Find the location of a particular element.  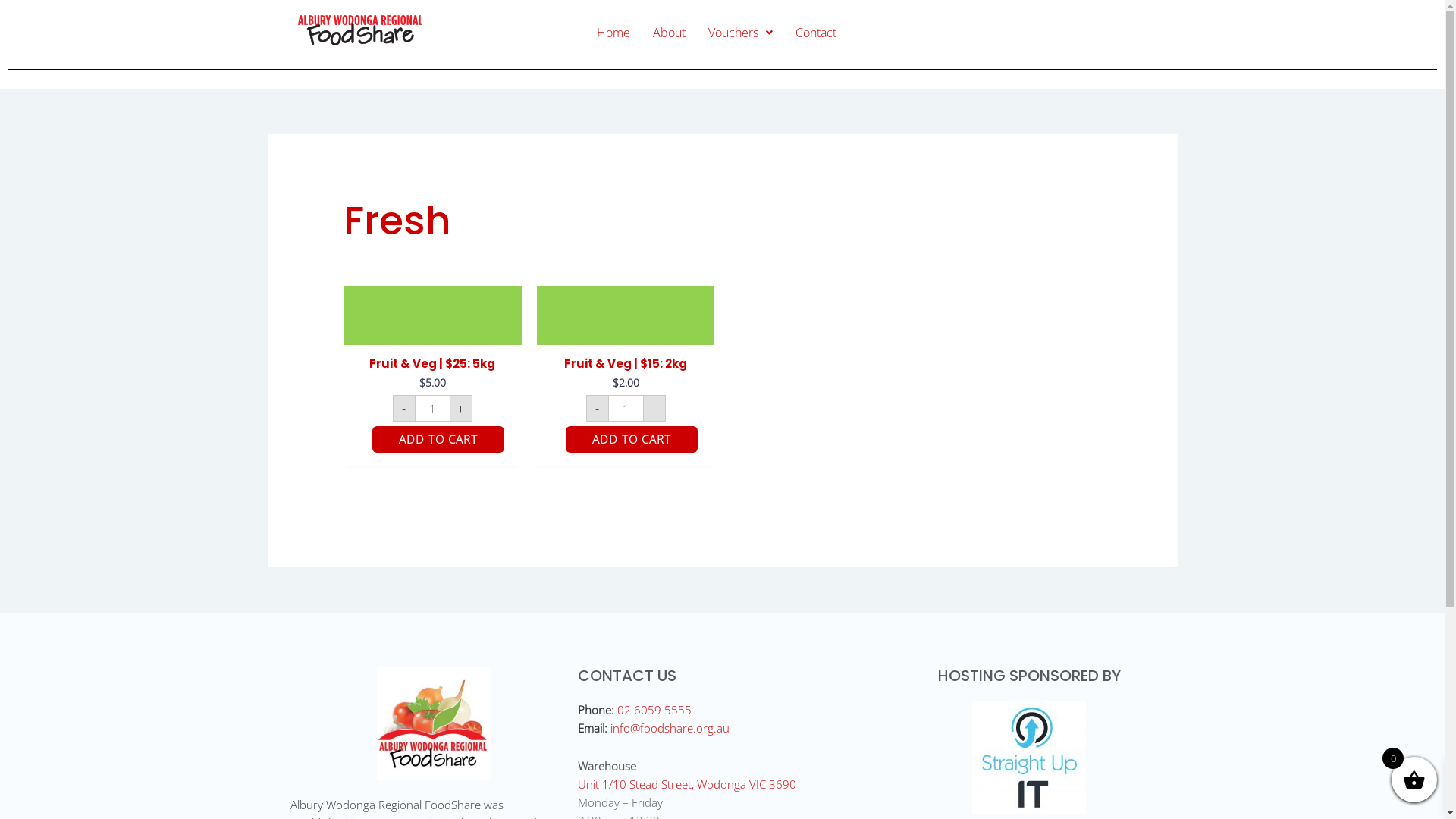

'-' is located at coordinates (403, 407).